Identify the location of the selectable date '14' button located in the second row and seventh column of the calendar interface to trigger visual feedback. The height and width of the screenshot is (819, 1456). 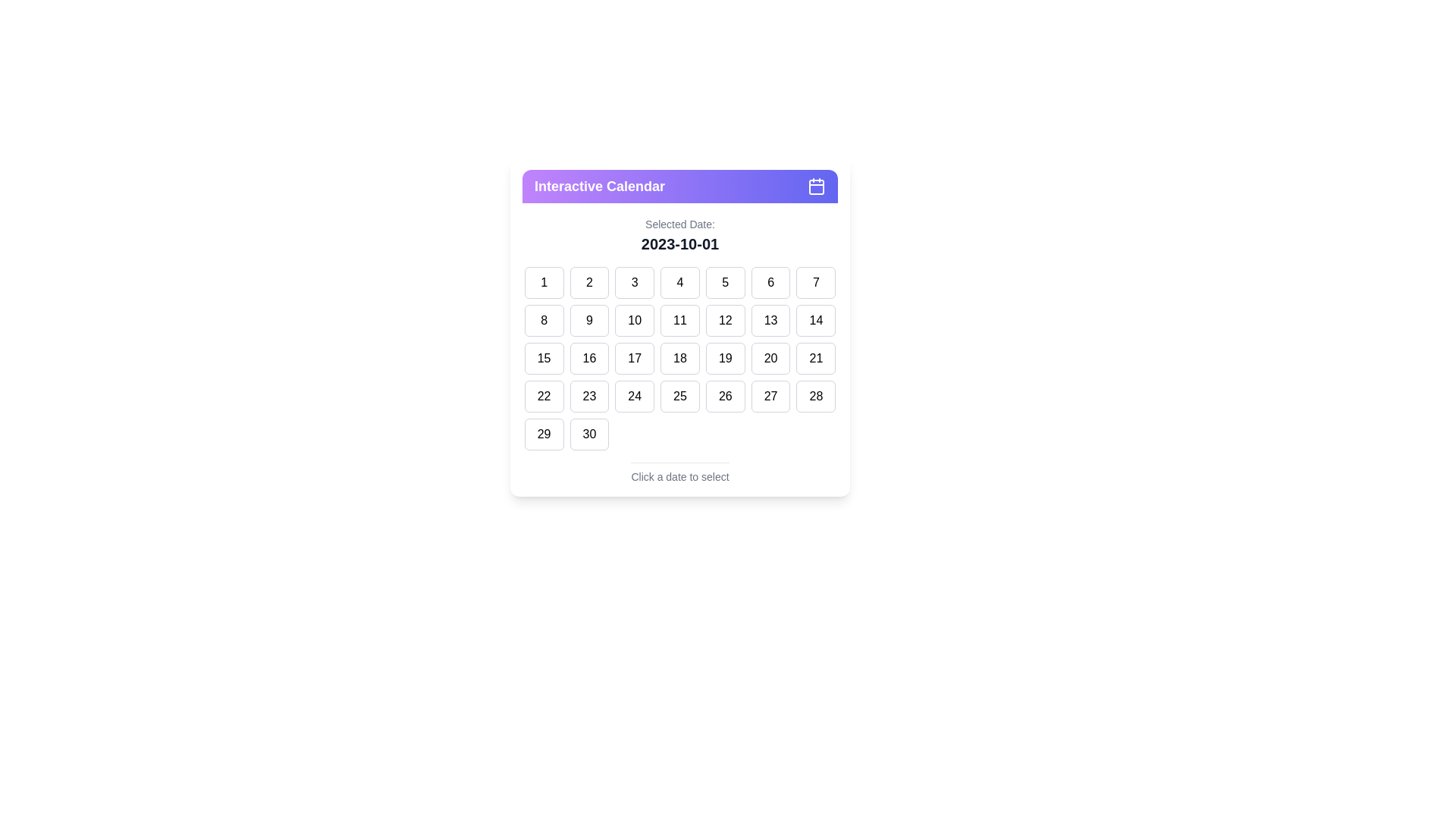
(815, 320).